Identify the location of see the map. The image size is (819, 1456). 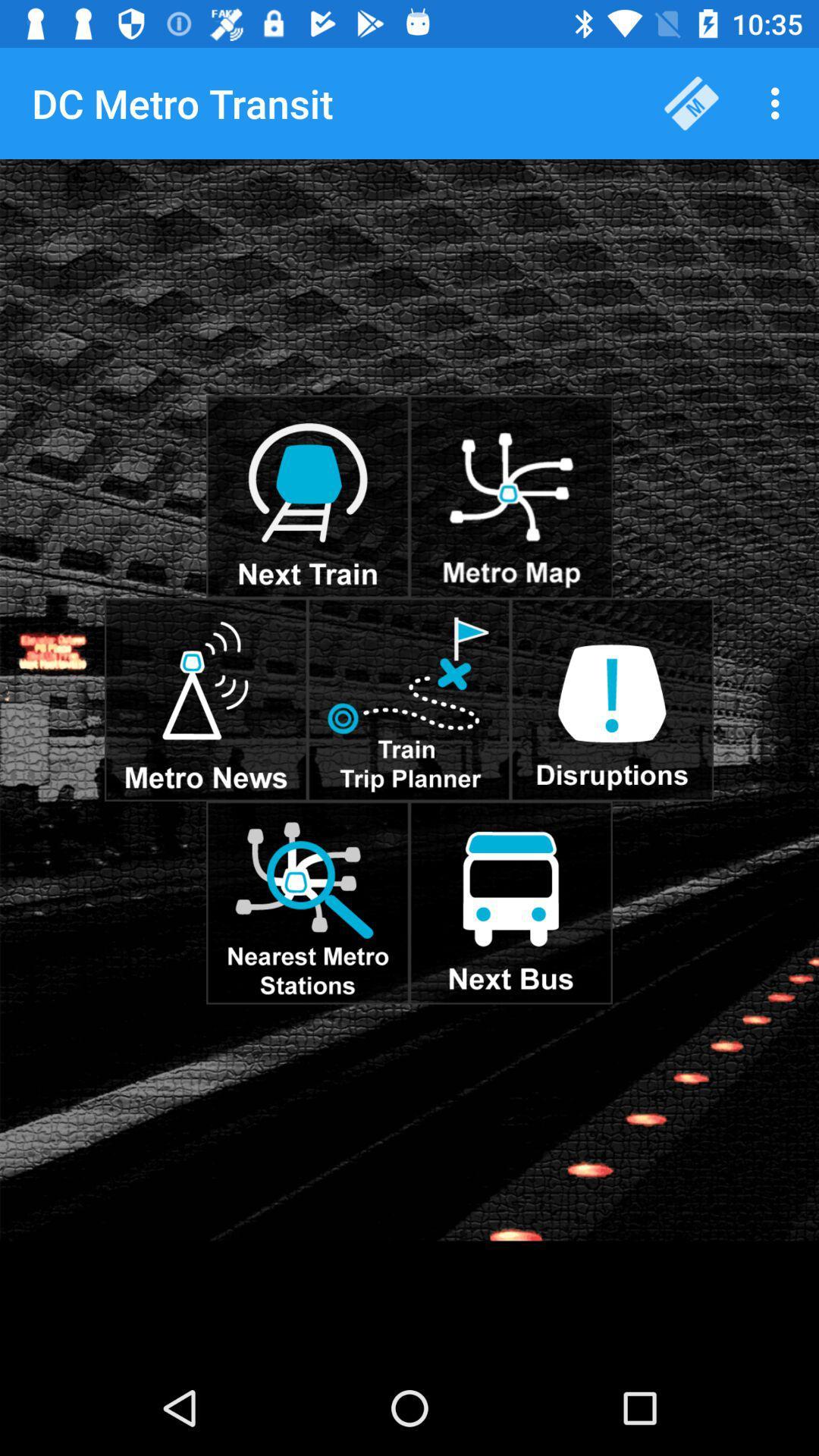
(510, 497).